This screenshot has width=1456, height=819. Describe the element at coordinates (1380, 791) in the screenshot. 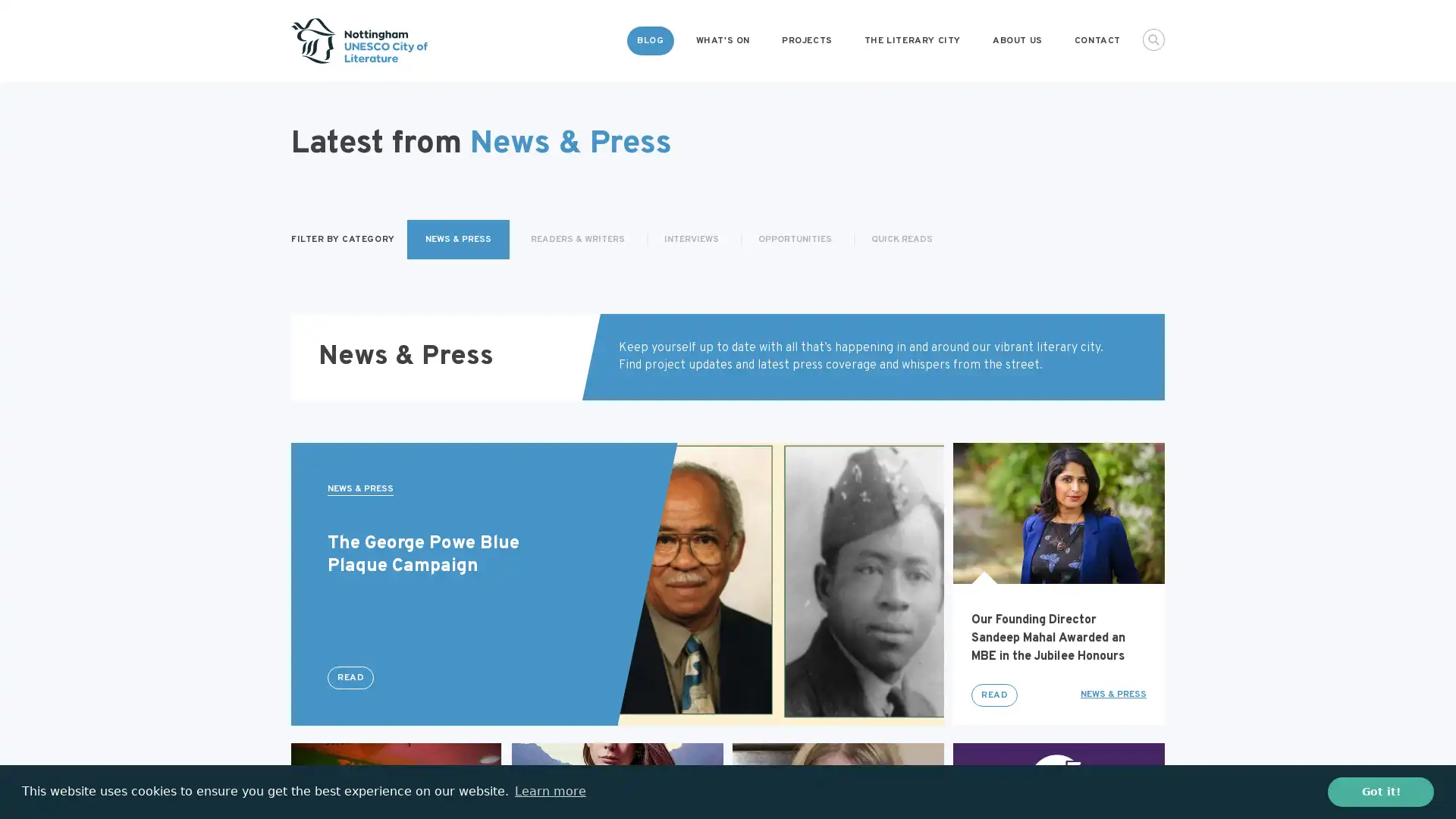

I see `dismiss cookie message` at that location.